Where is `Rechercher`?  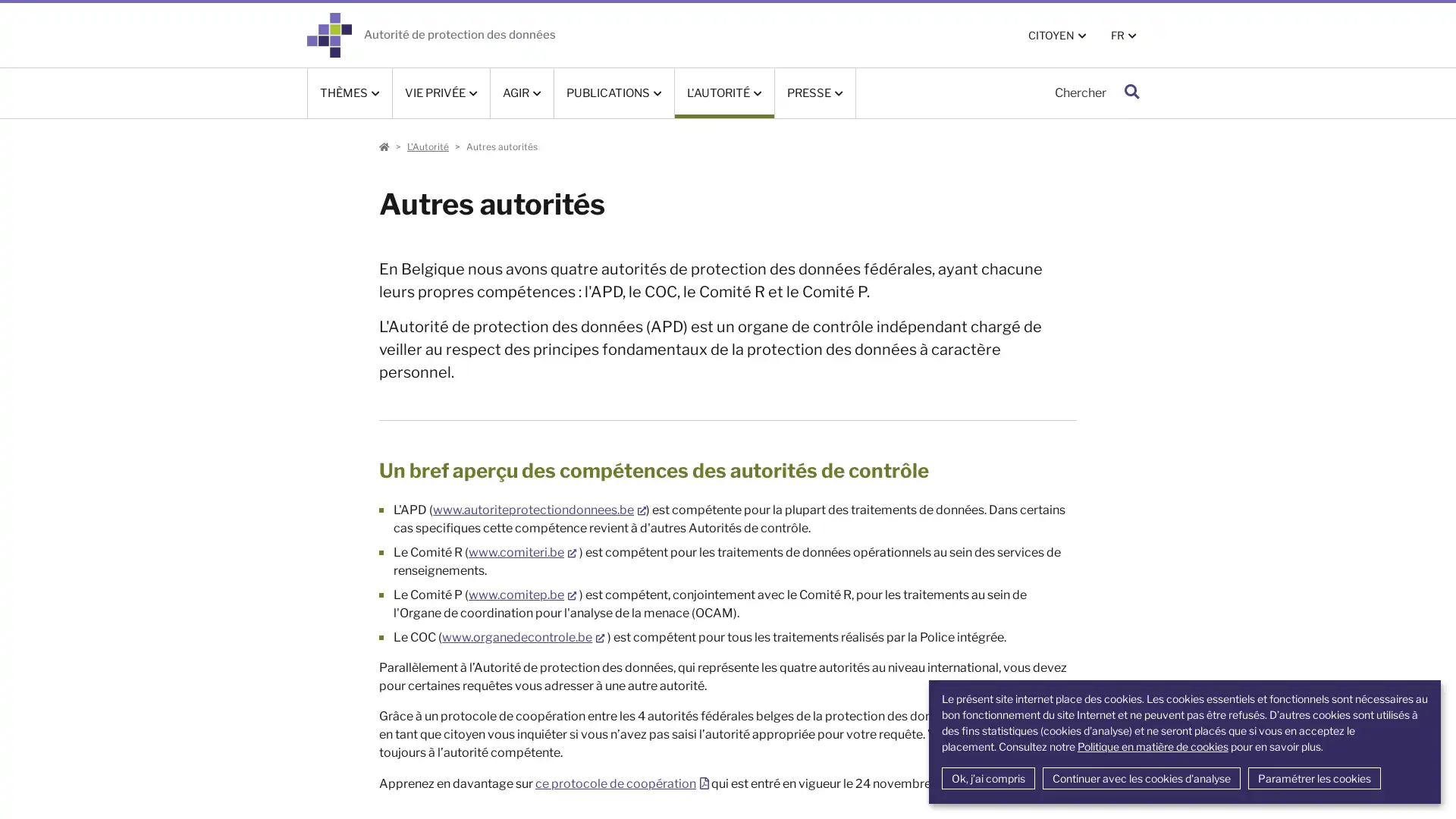
Rechercher is located at coordinates (1131, 93).